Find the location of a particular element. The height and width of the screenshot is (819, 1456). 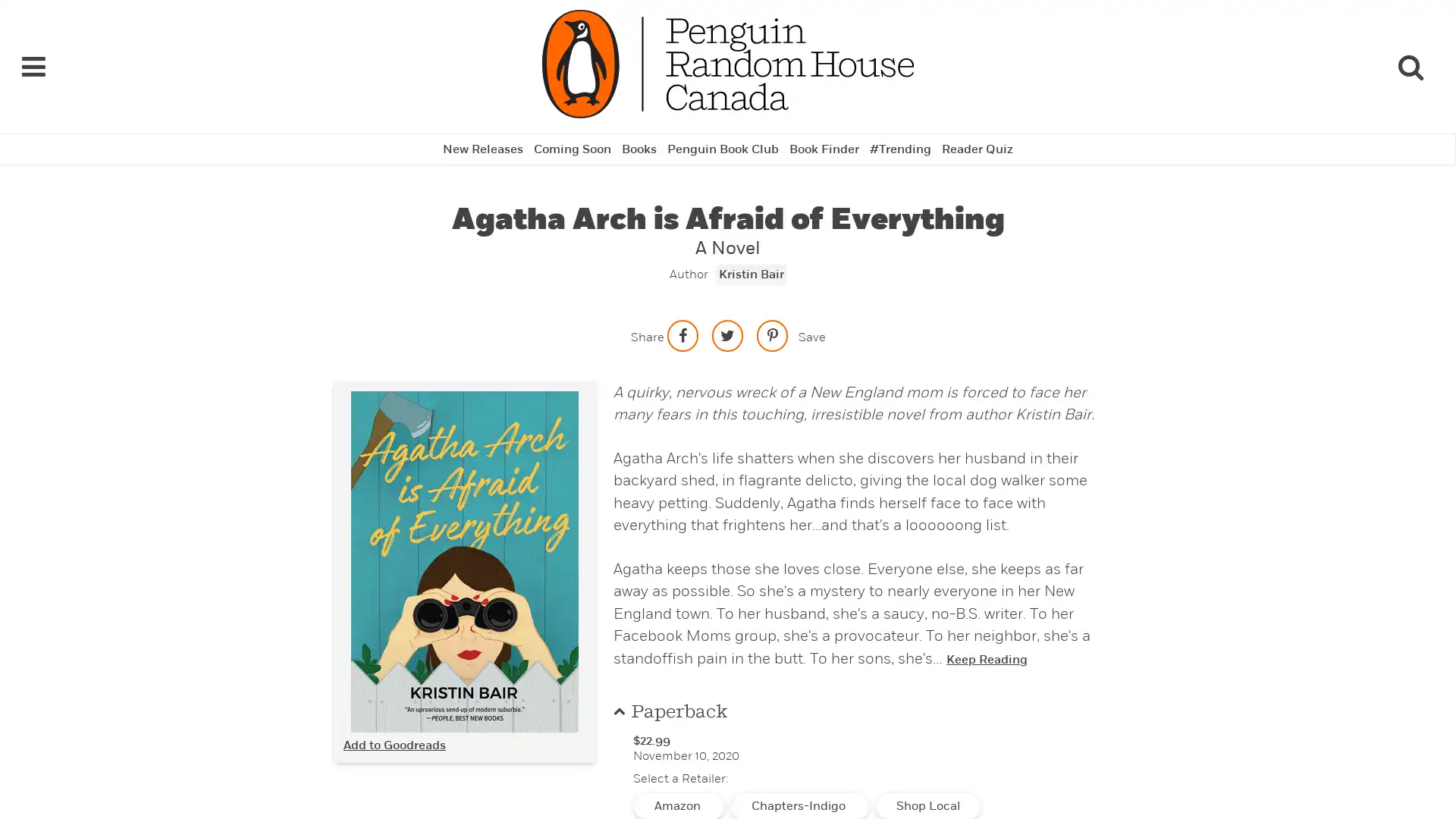

Shop Local is located at coordinates (927, 755).